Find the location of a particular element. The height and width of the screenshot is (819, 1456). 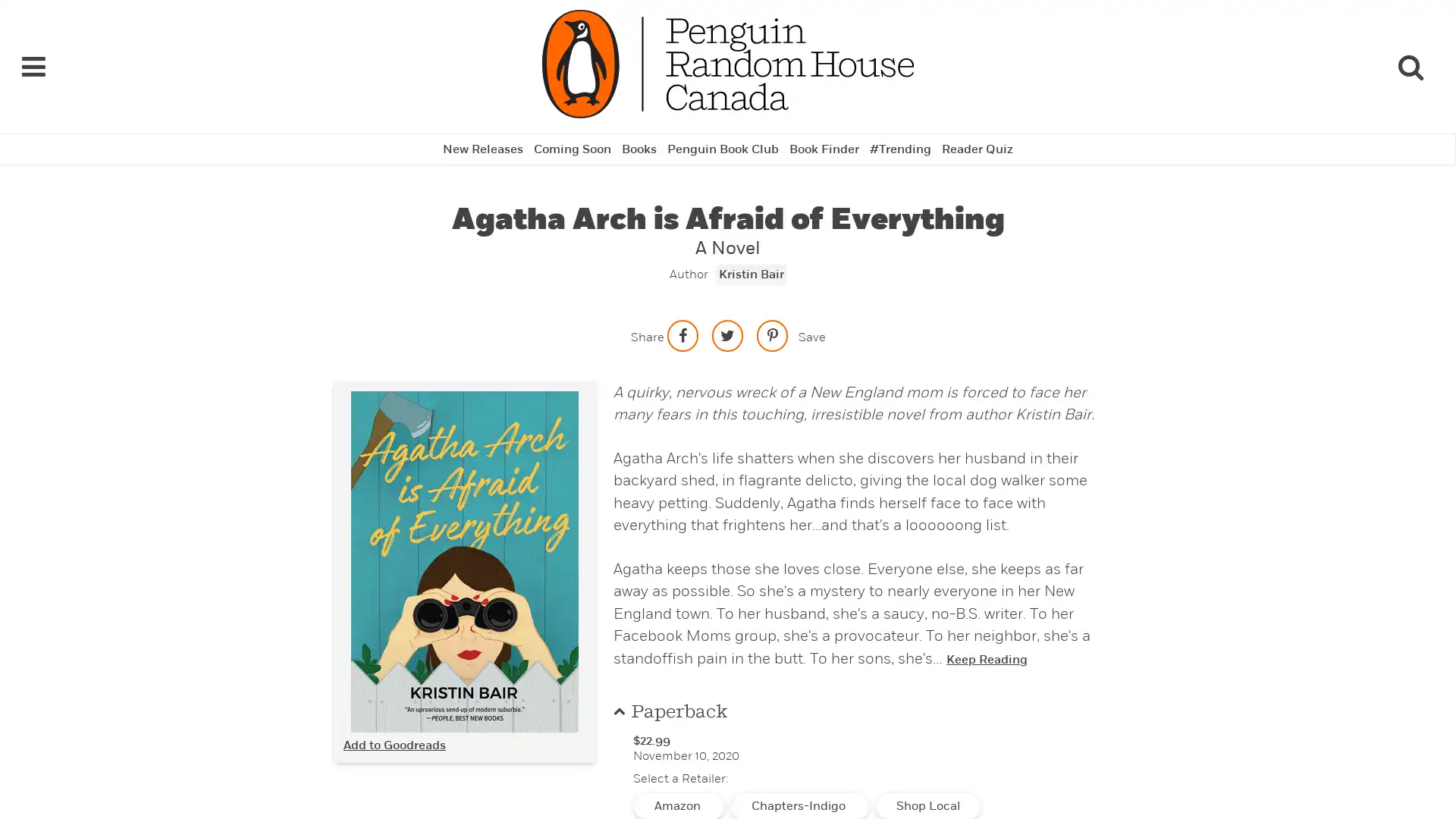

Shop Local is located at coordinates (927, 755).